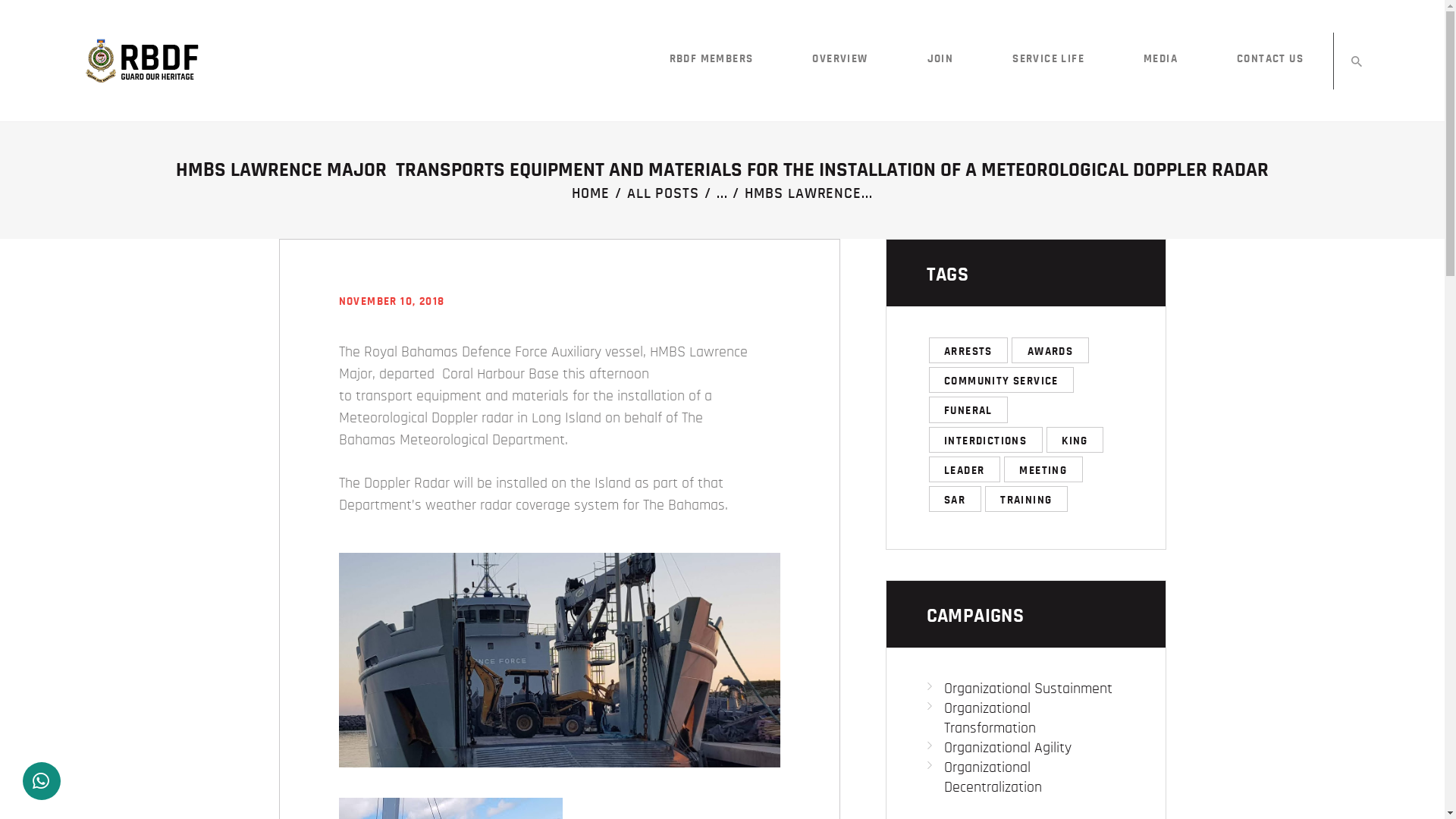 The image size is (1456, 819). What do you see at coordinates (992, 777) in the screenshot?
I see `'Organizational Decentralization'` at bounding box center [992, 777].